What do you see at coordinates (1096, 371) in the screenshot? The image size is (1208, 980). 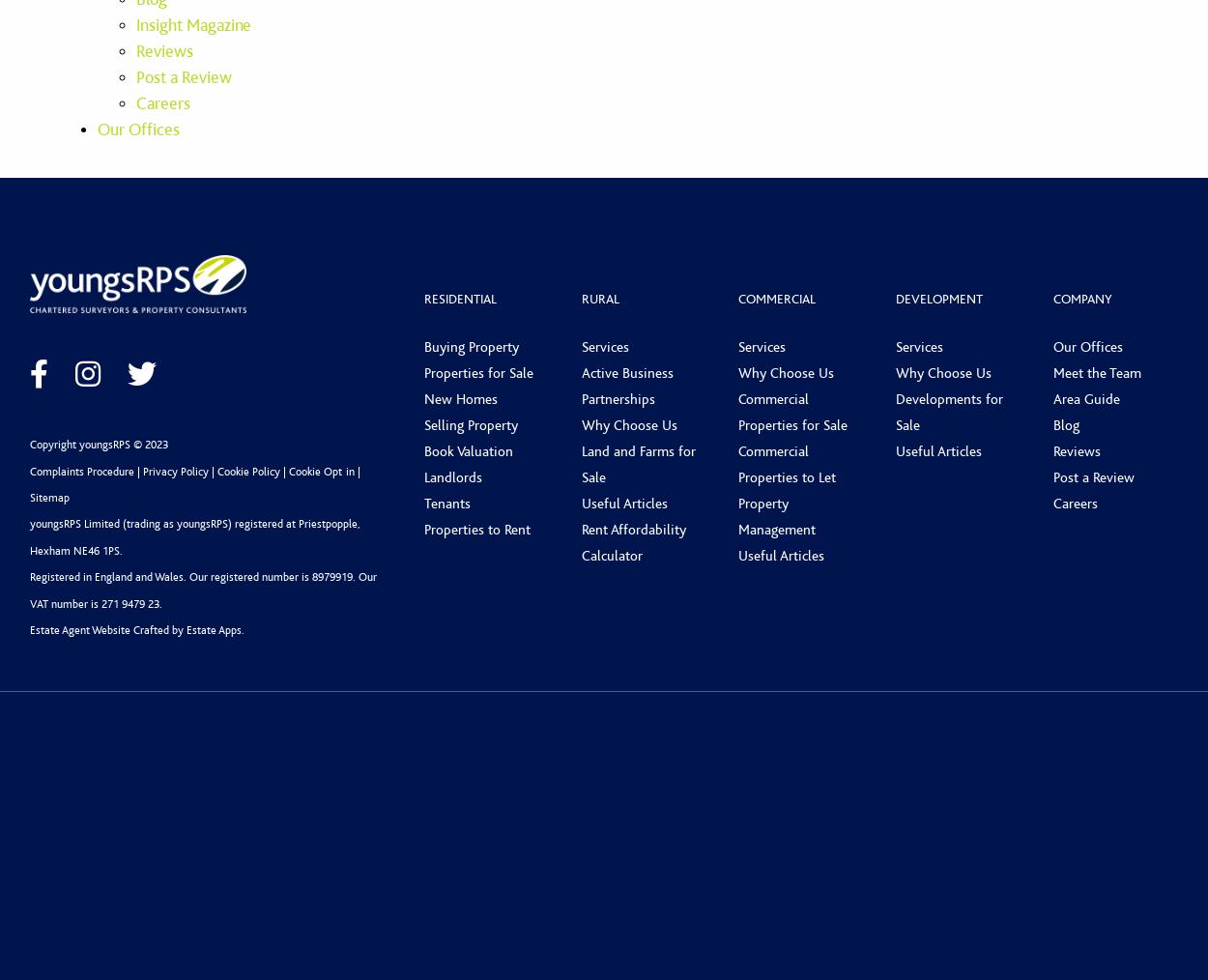 I see `'Meet the Team'` at bounding box center [1096, 371].